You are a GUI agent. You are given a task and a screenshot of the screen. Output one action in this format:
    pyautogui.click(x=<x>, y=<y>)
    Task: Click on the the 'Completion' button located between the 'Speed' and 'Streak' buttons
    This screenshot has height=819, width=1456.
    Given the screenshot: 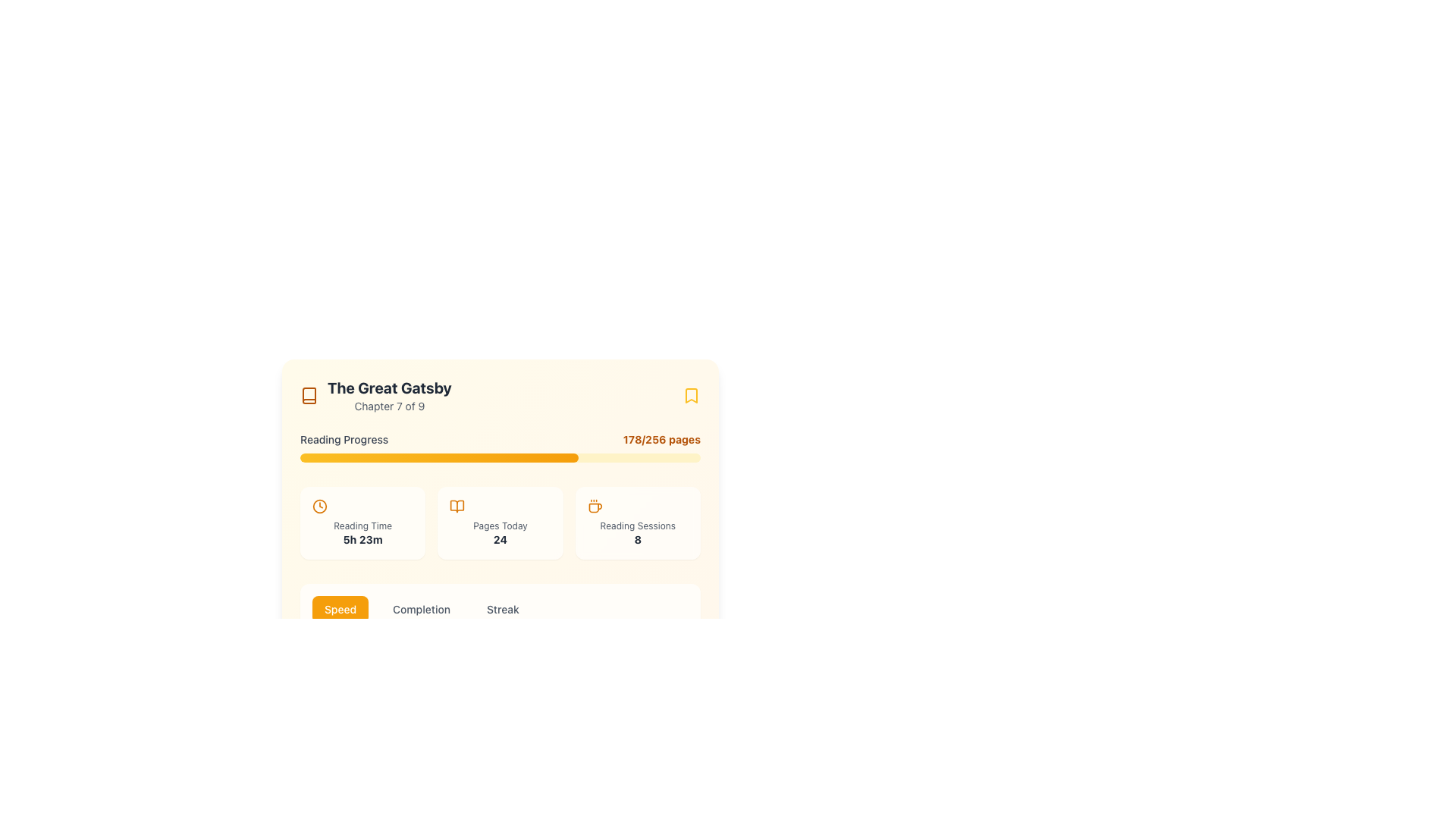 What is the action you would take?
    pyautogui.click(x=422, y=608)
    